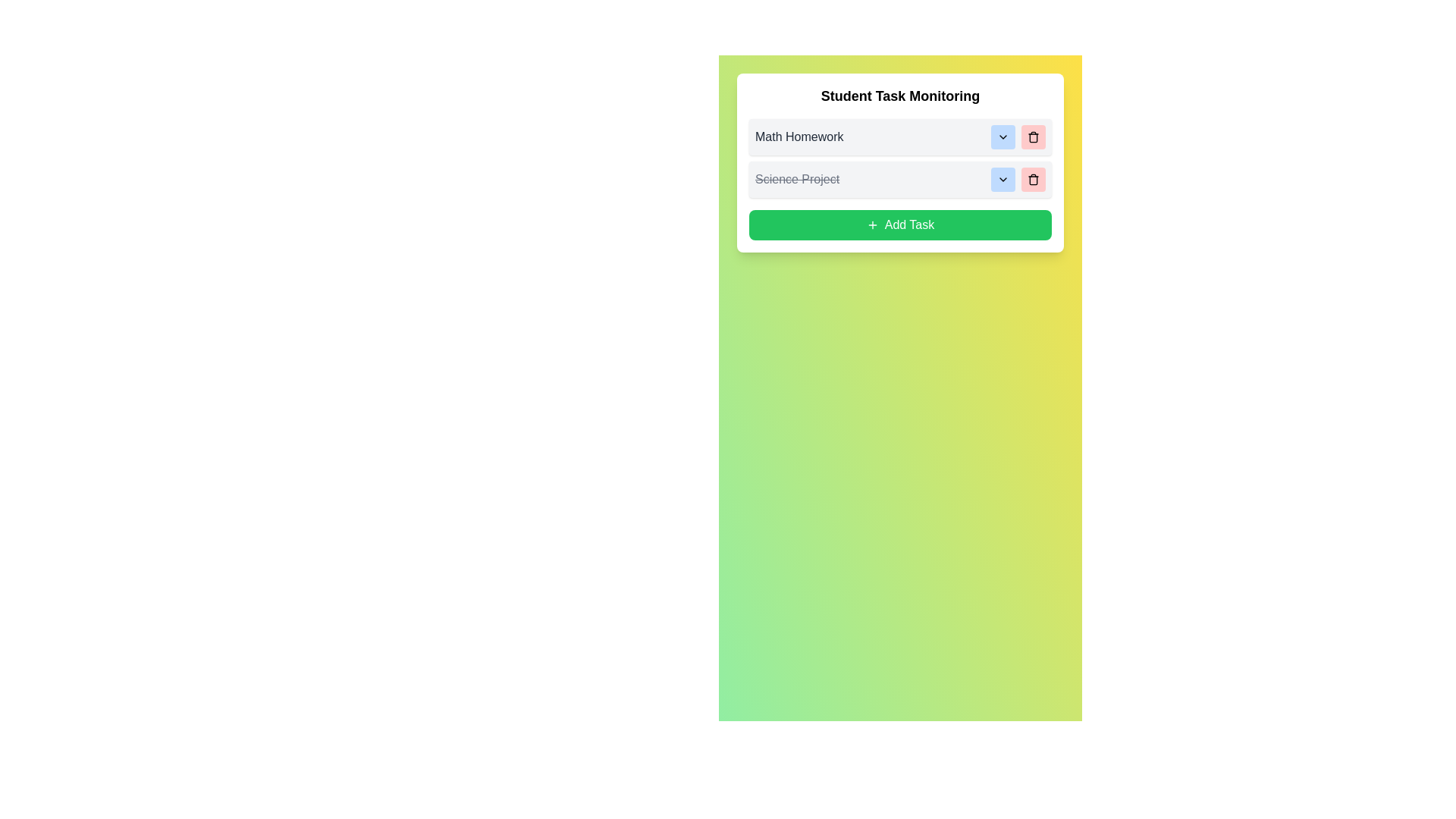 The height and width of the screenshot is (819, 1456). I want to click on the 'Math Homework' text label located in the upper portion of the card under the 'Student Task Monitoring' header if it is linked to a task detail, so click(799, 137).